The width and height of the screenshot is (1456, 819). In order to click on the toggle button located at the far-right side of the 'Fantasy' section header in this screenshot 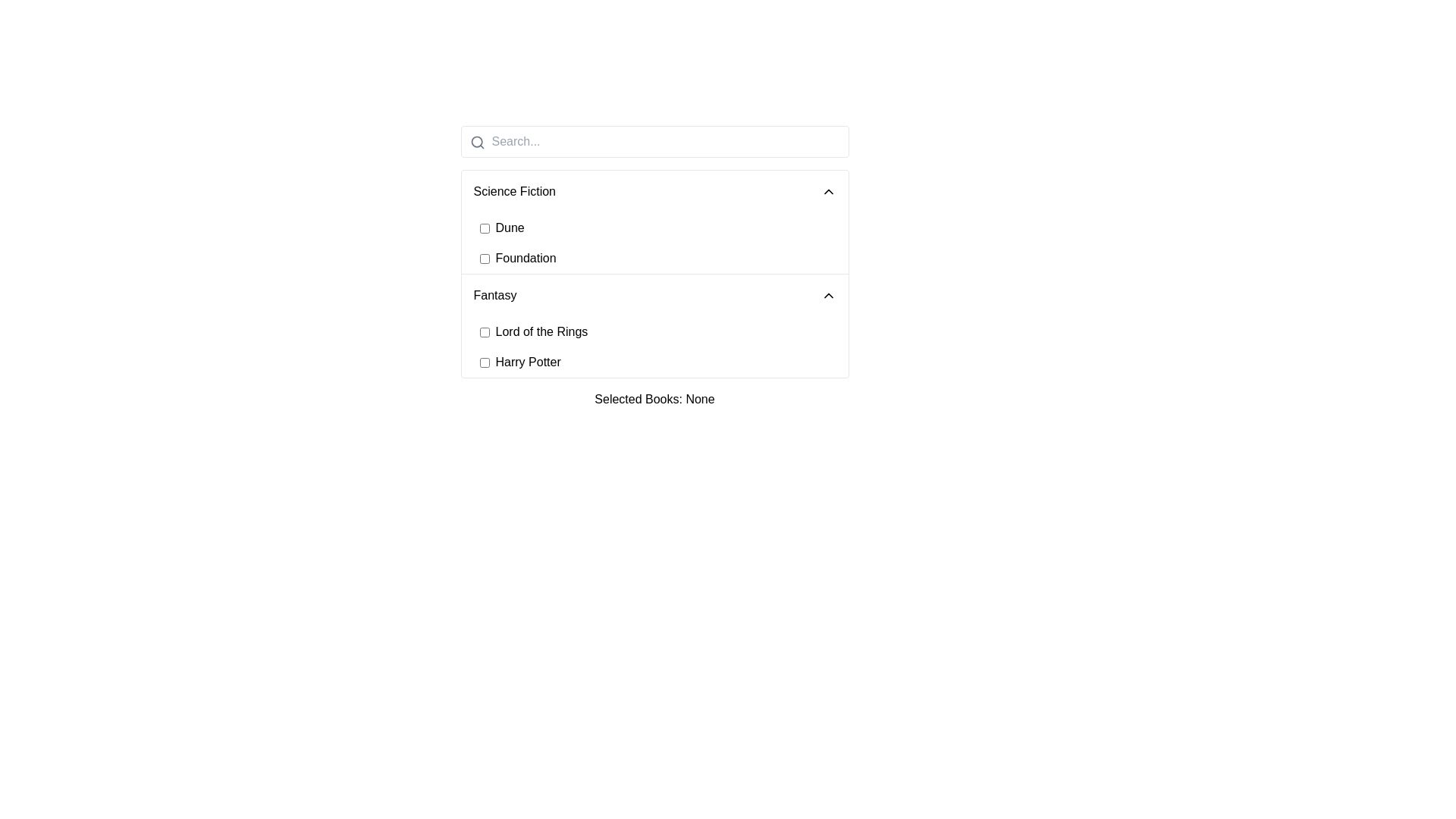, I will do `click(827, 295)`.